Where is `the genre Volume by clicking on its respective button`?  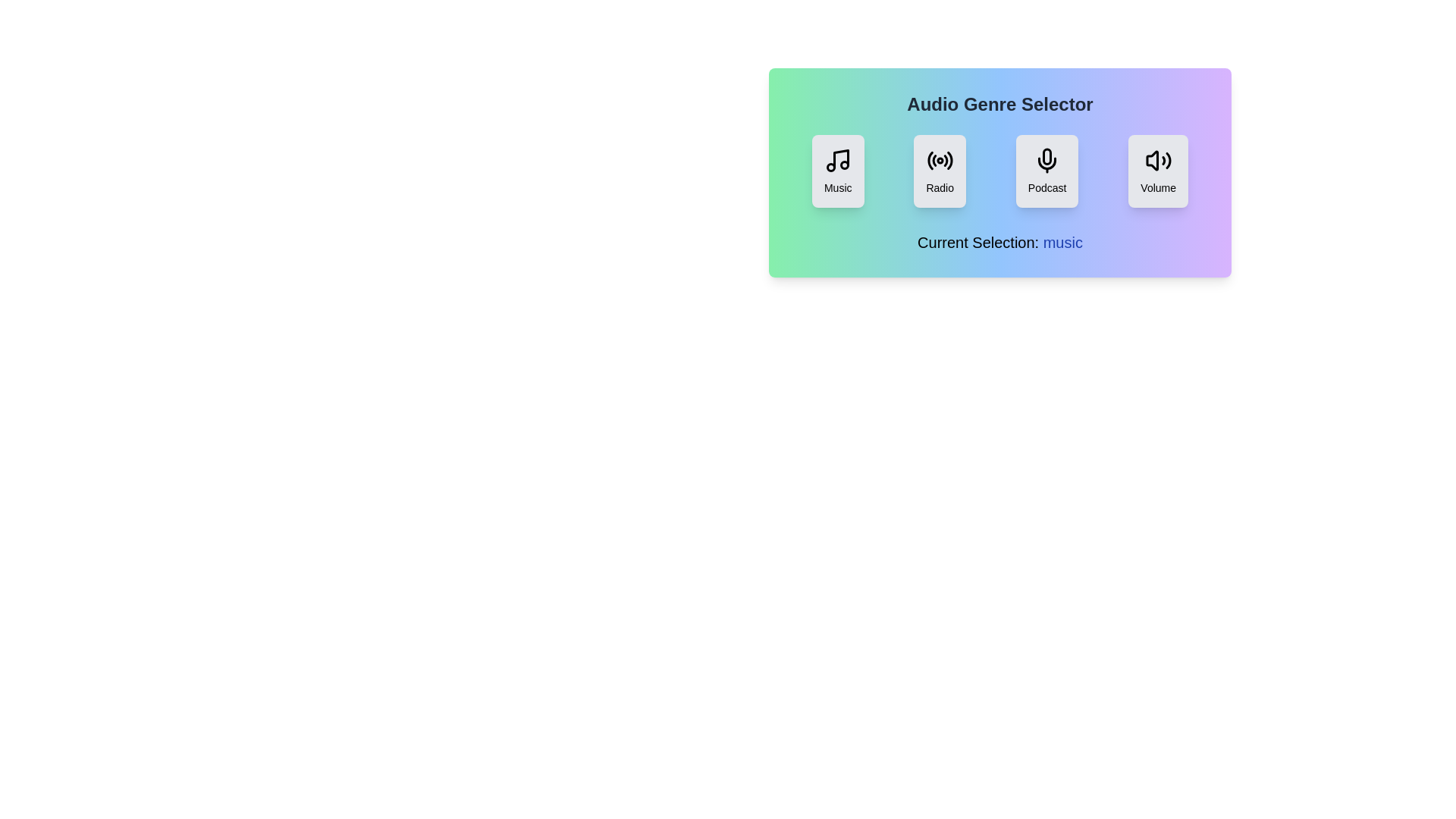 the genre Volume by clicking on its respective button is located at coordinates (1157, 171).